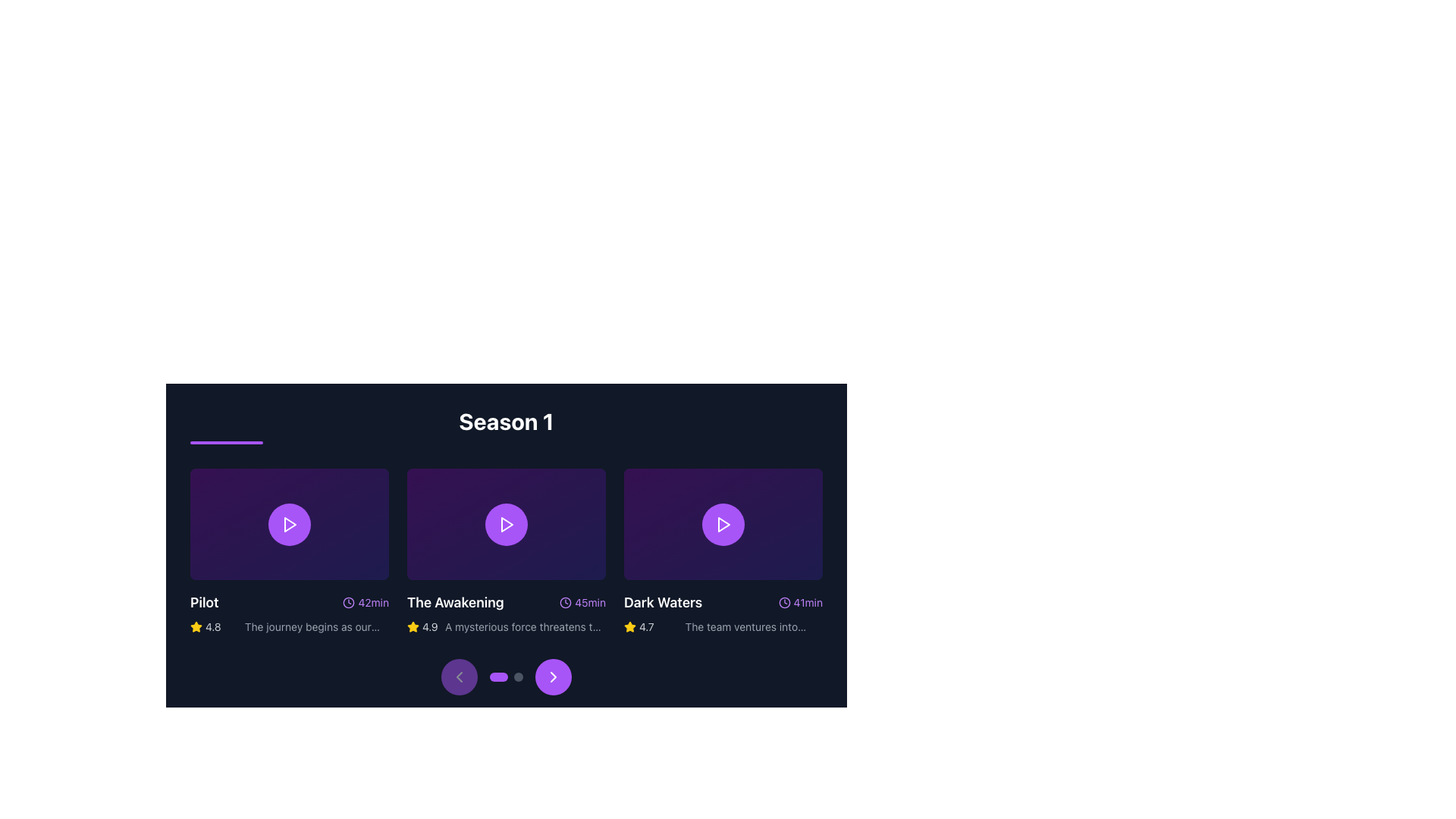 The height and width of the screenshot is (819, 1456). Describe the element at coordinates (723, 522) in the screenshot. I see `the circular purple play button icon at the center of the video thumbnail, which is the third in a horizontal list under the 'Season 1' heading` at that location.